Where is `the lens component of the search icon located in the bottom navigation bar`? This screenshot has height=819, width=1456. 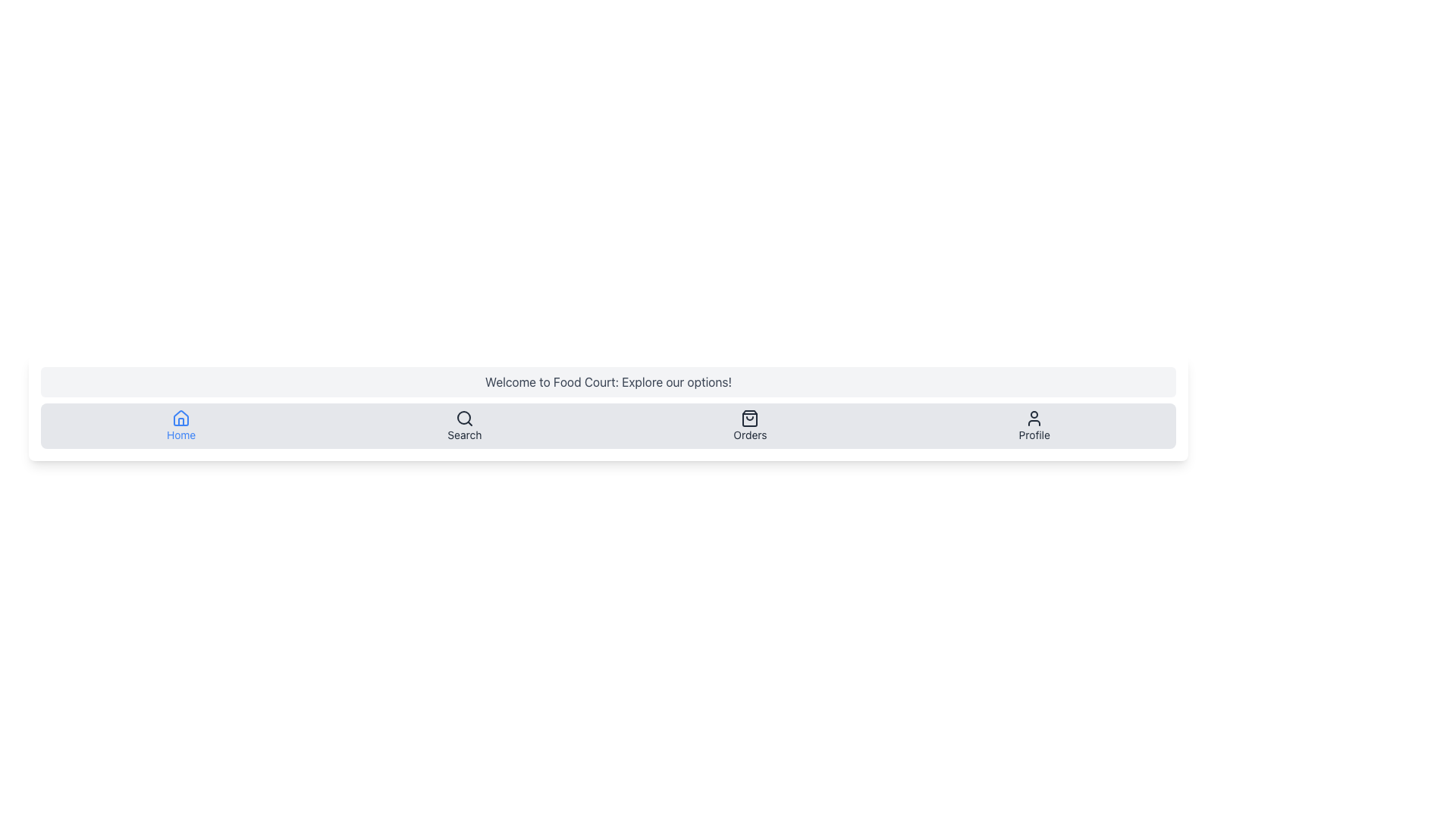
the lens component of the search icon located in the bottom navigation bar is located at coordinates (463, 418).